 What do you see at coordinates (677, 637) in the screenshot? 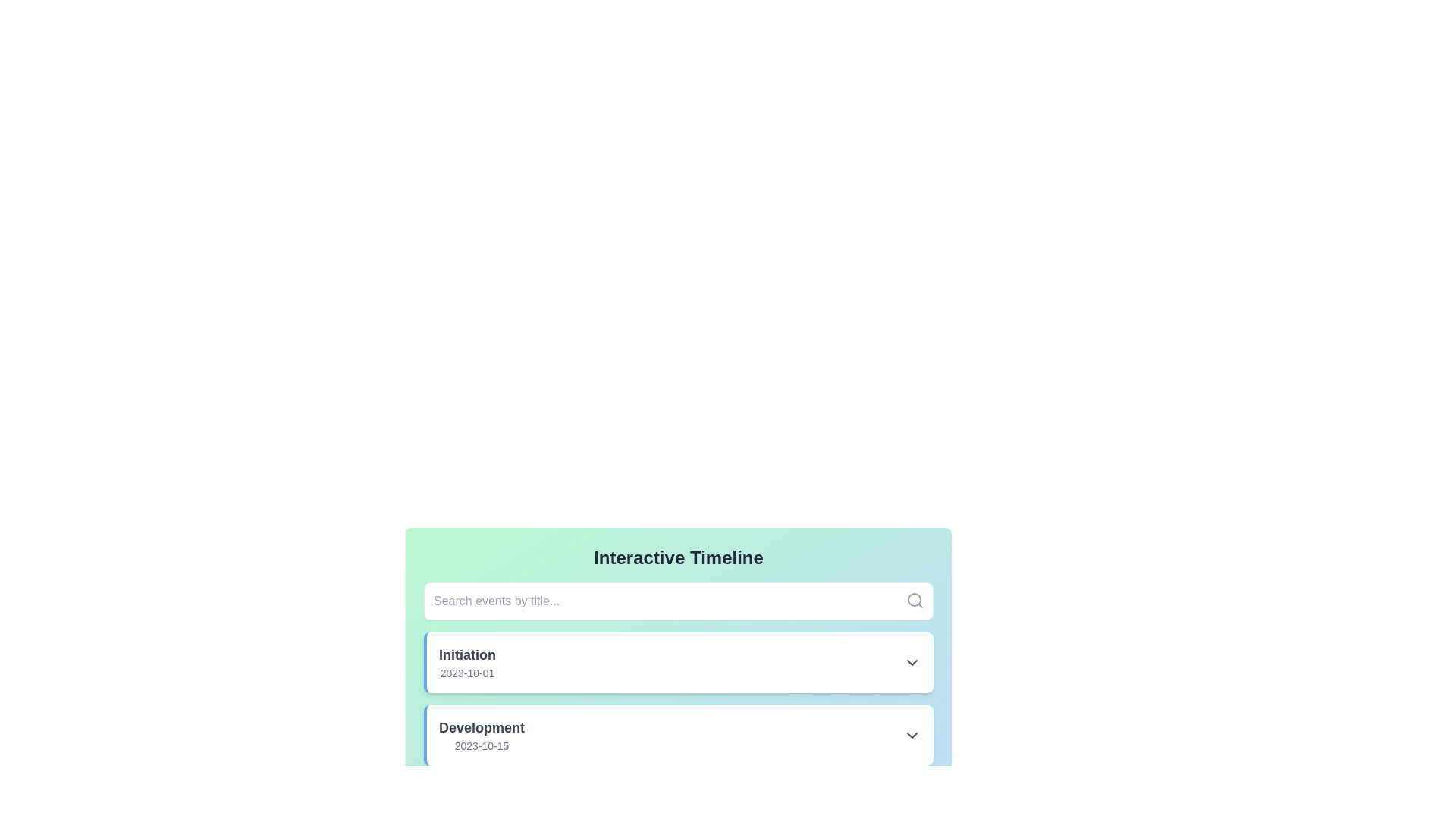
I see `an individual event in the 'Interactive Timeline' panel for more information` at bounding box center [677, 637].